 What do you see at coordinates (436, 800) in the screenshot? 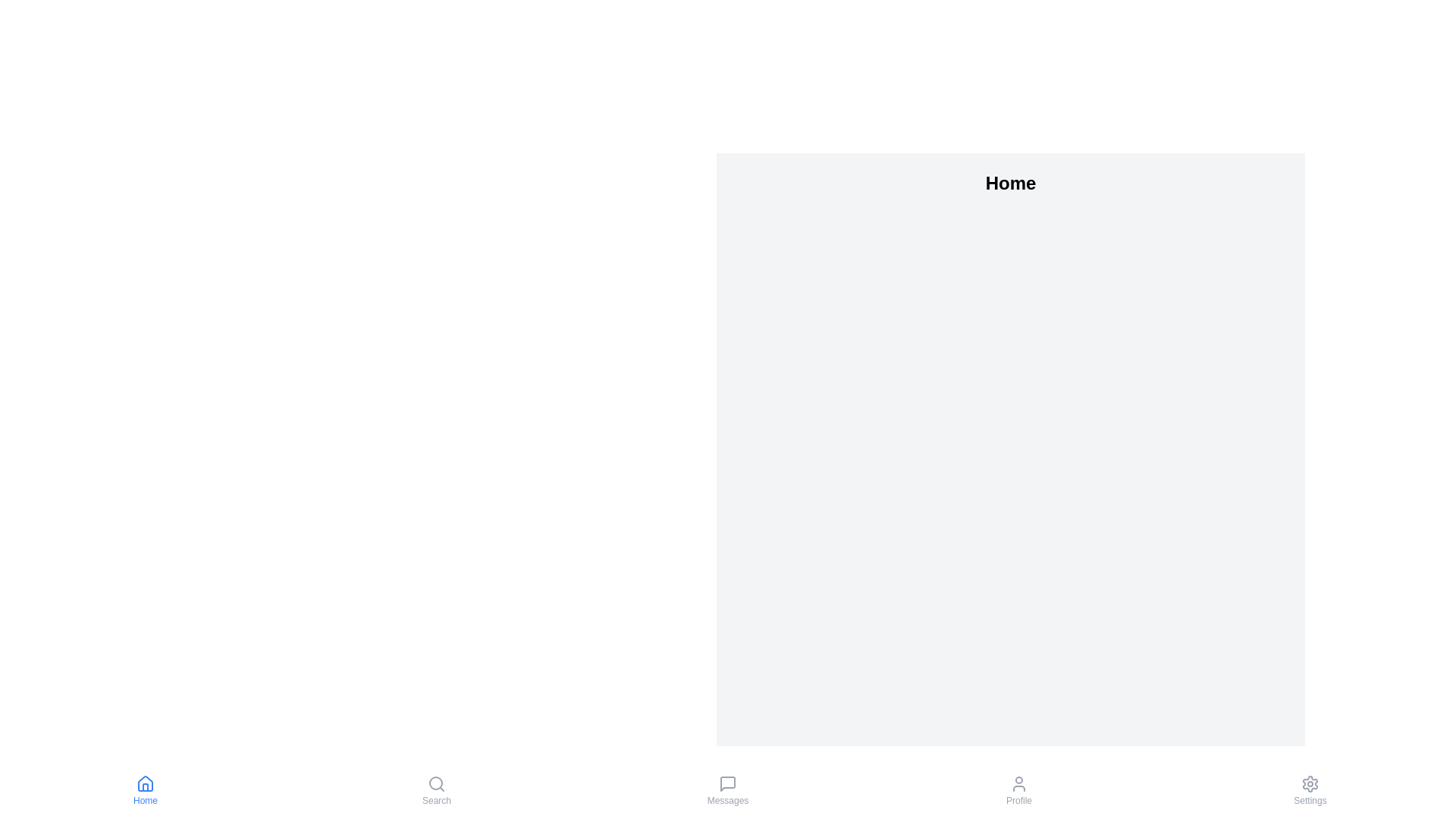
I see `the Text Label displaying 'Search' in light gray font, located in the bottom navigation bar under the search icon` at bounding box center [436, 800].